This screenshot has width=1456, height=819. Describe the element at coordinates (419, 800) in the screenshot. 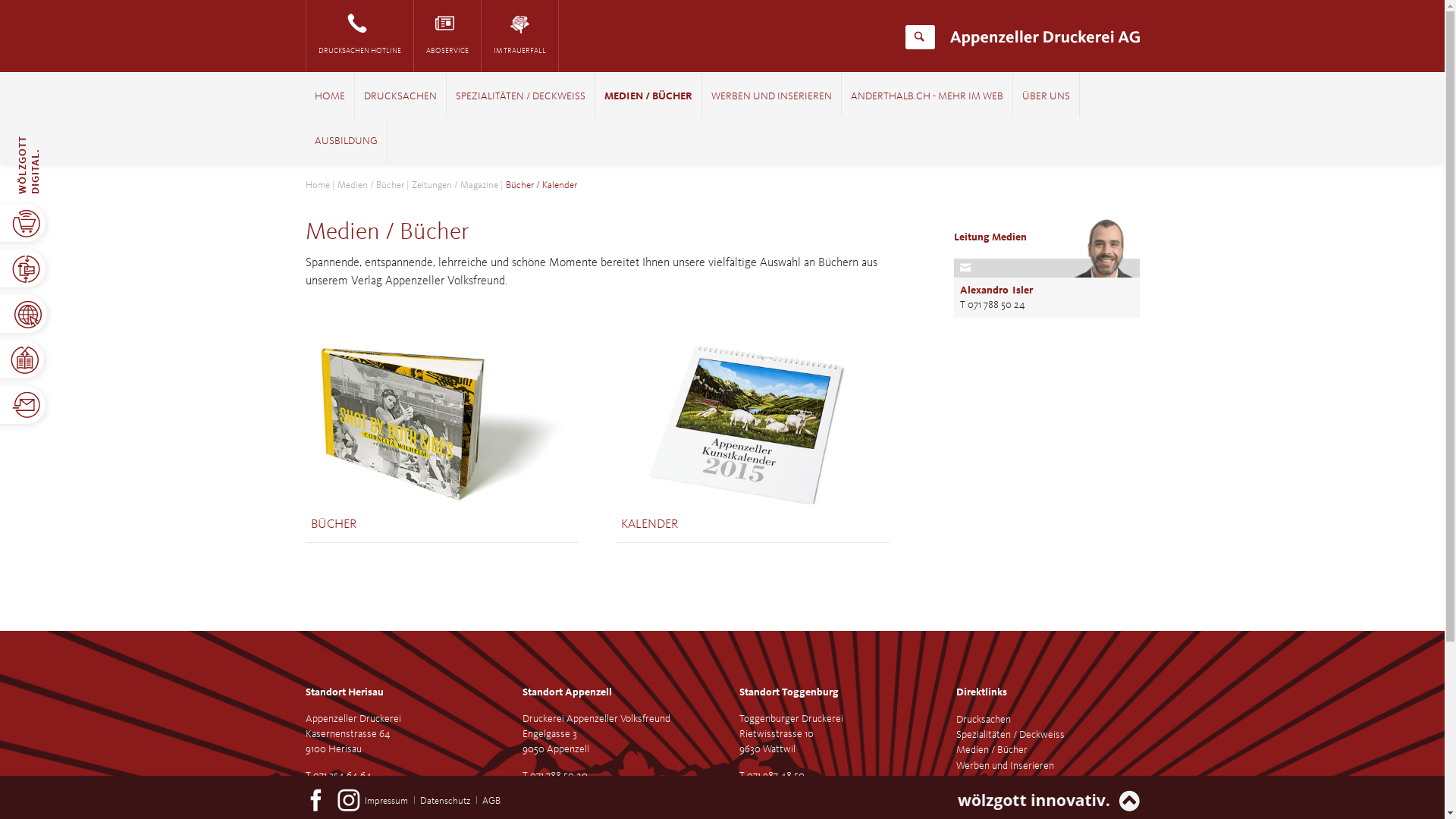

I see `'Datenschutz'` at that location.